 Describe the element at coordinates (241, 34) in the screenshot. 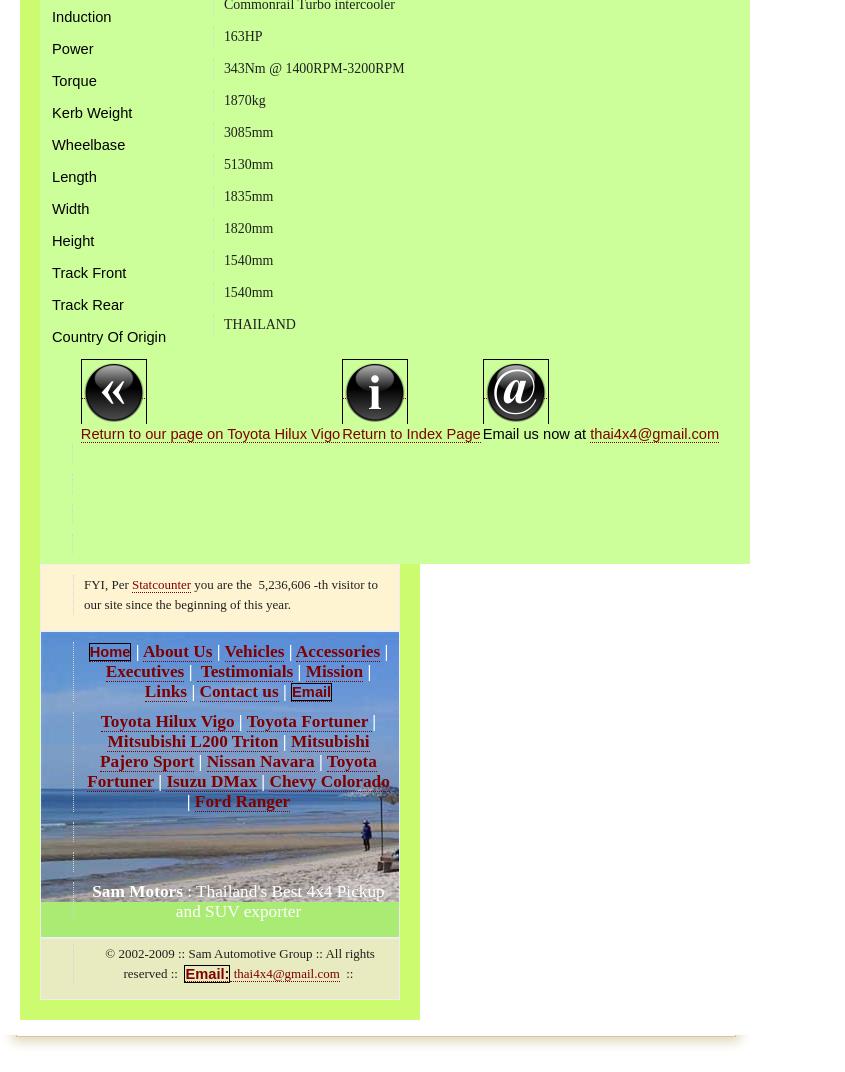

I see `'163HP'` at that location.